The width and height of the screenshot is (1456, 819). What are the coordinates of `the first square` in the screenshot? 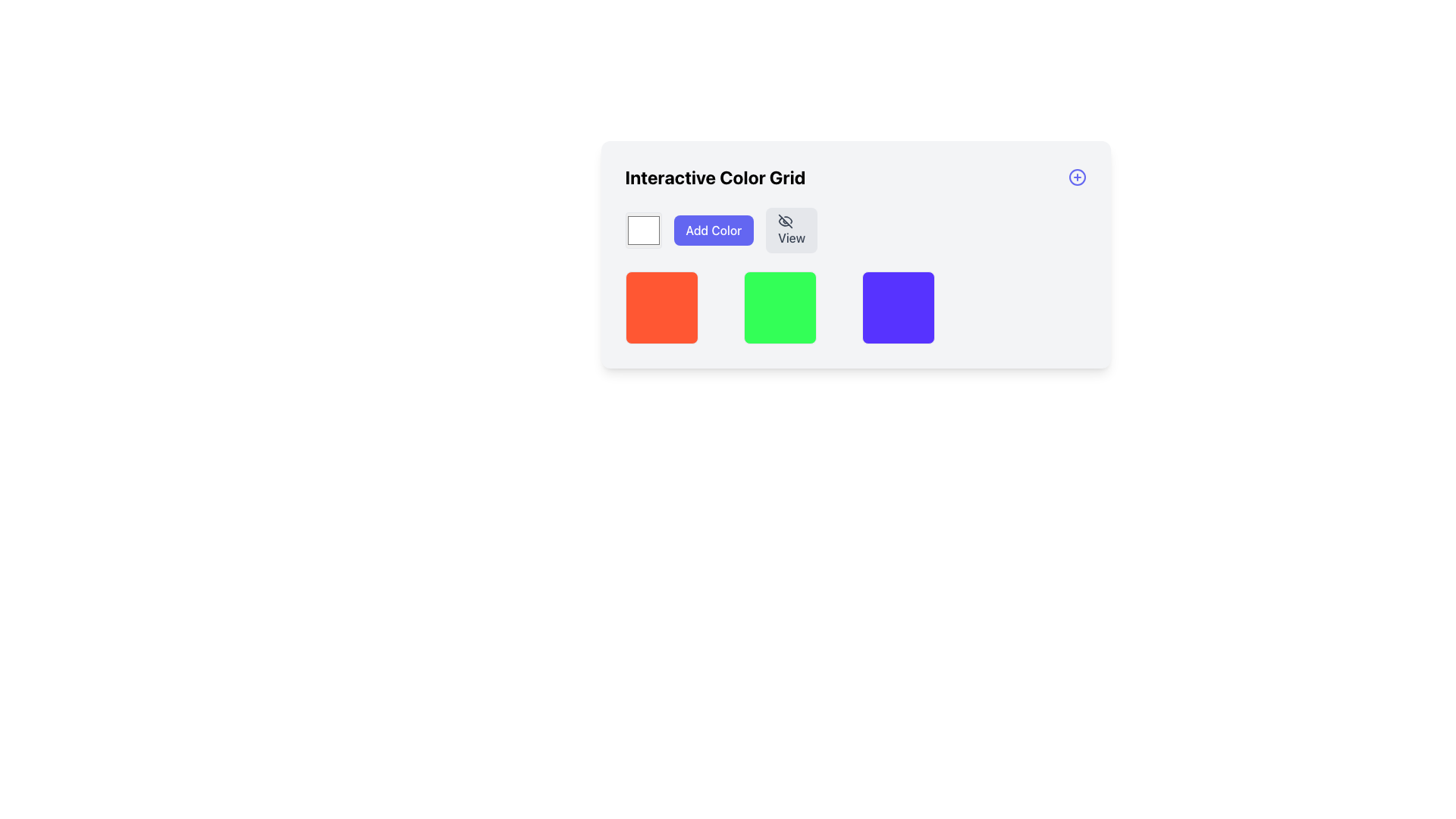 It's located at (661, 307).